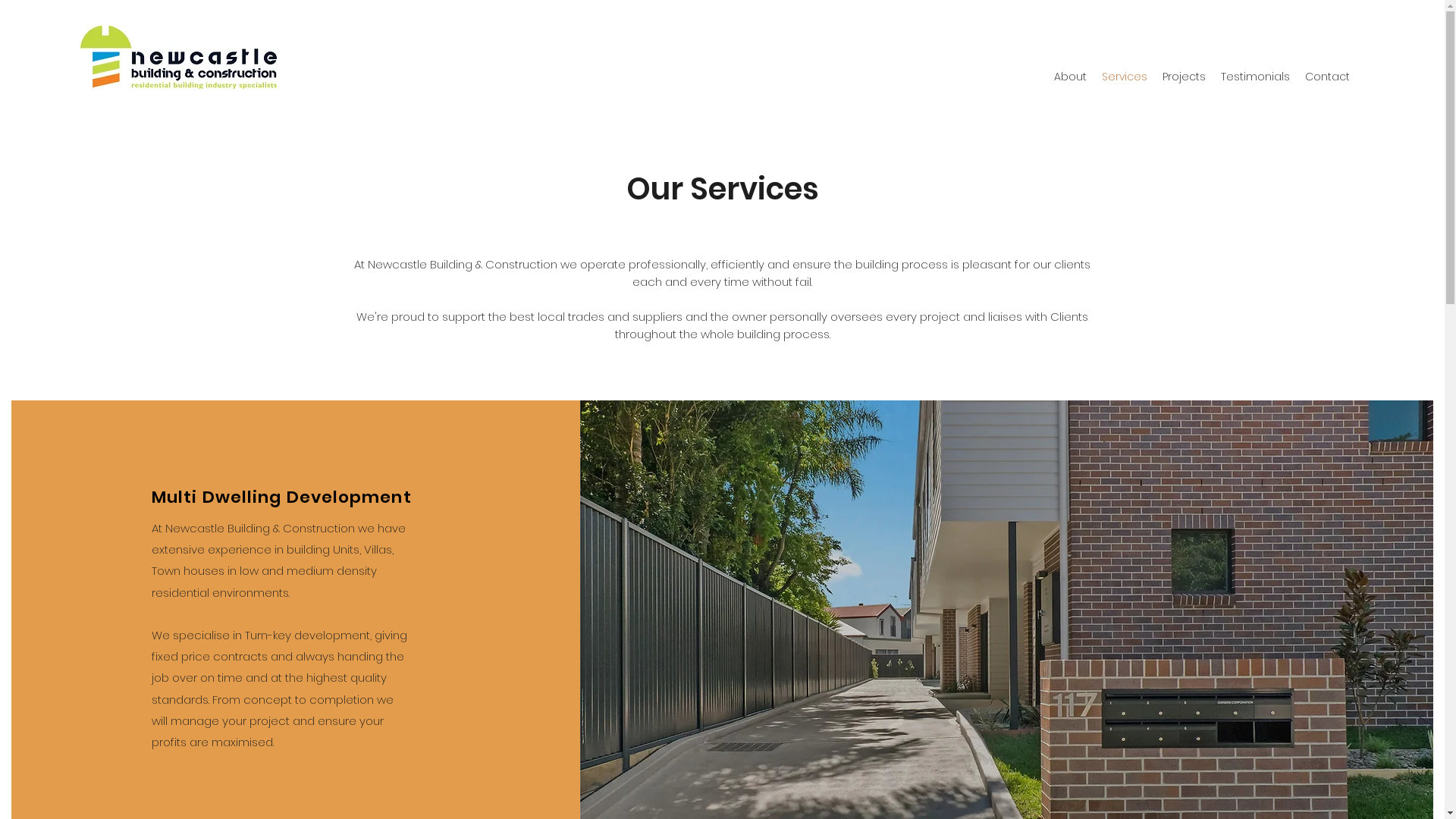  Describe the element at coordinates (1183, 77) in the screenshot. I see `'Projects'` at that location.